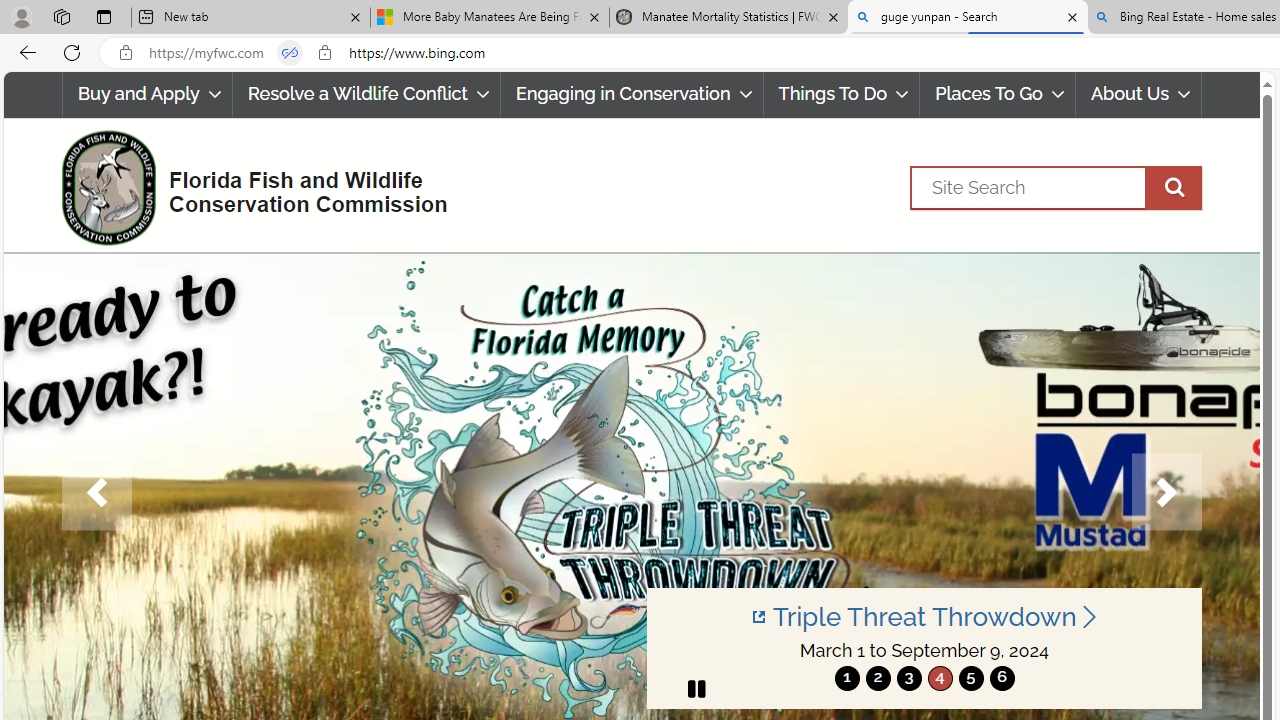  I want to click on '6', so click(1002, 677).